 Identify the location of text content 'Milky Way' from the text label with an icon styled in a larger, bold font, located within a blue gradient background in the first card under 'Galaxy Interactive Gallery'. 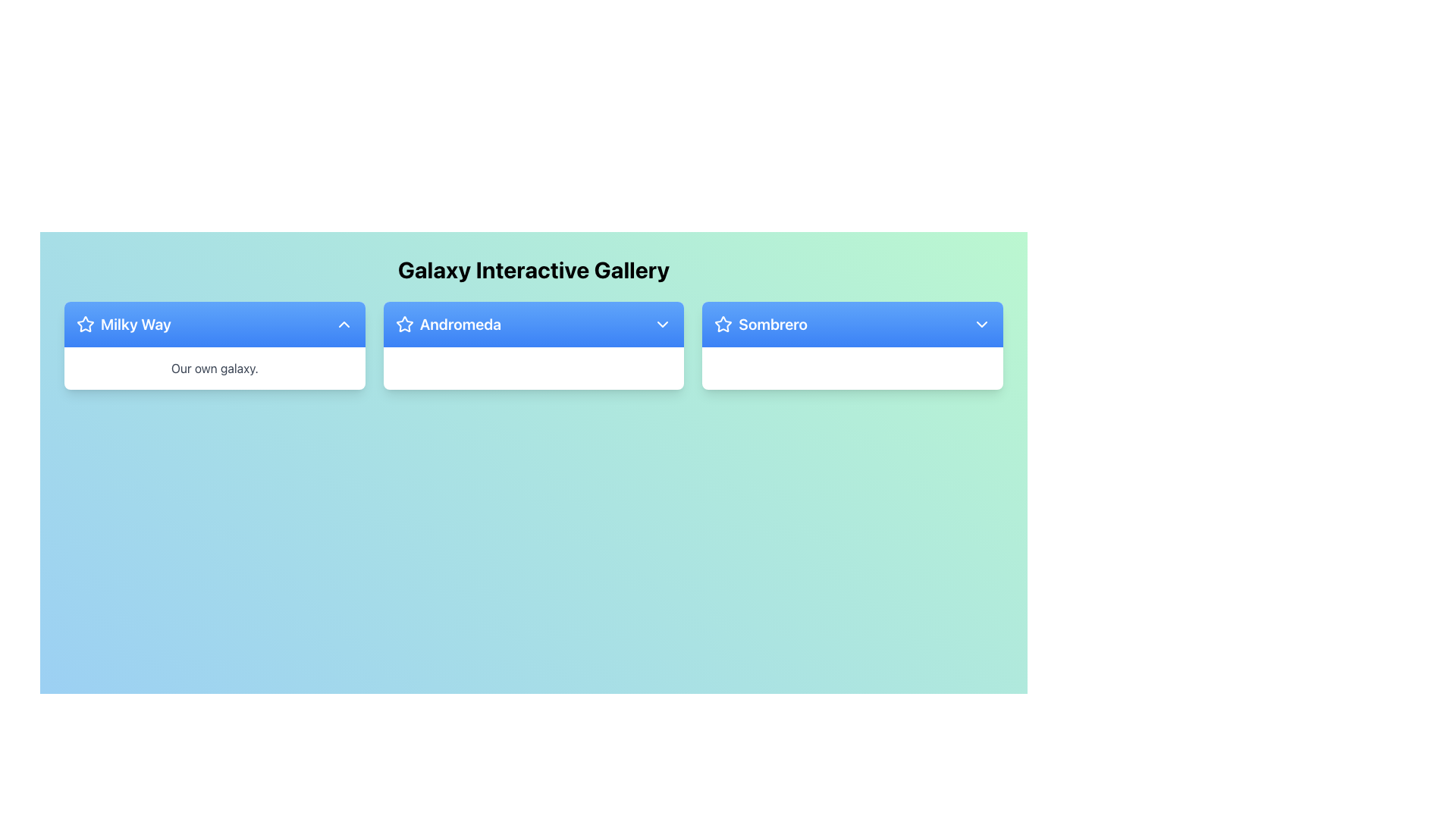
(124, 324).